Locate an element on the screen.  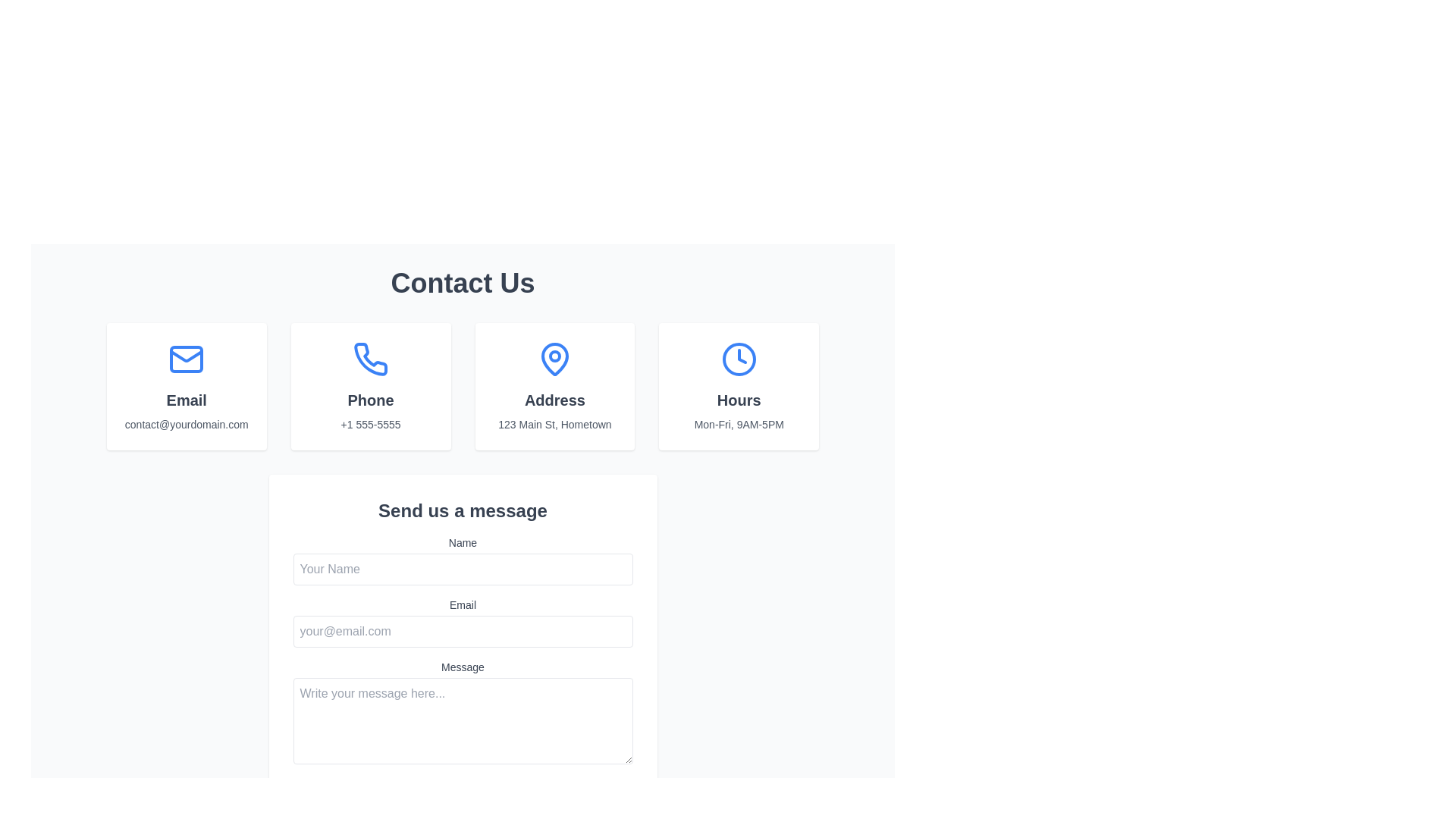
the 'Name' label, which is a small-sized, medium-weight, gray text located above the input field in the 'Send us a message' form is located at coordinates (462, 542).